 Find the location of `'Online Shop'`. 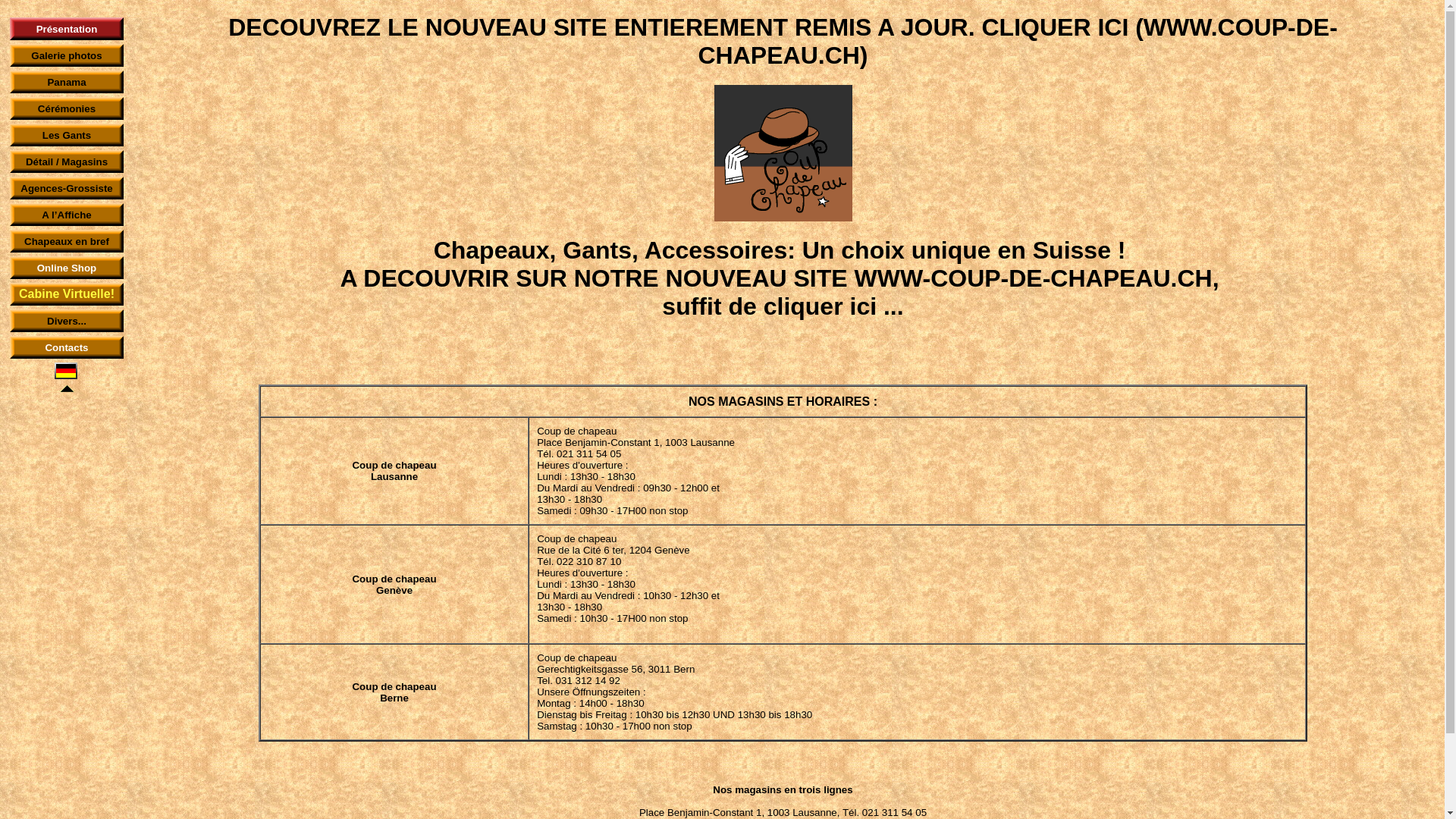

'Online Shop' is located at coordinates (66, 267).